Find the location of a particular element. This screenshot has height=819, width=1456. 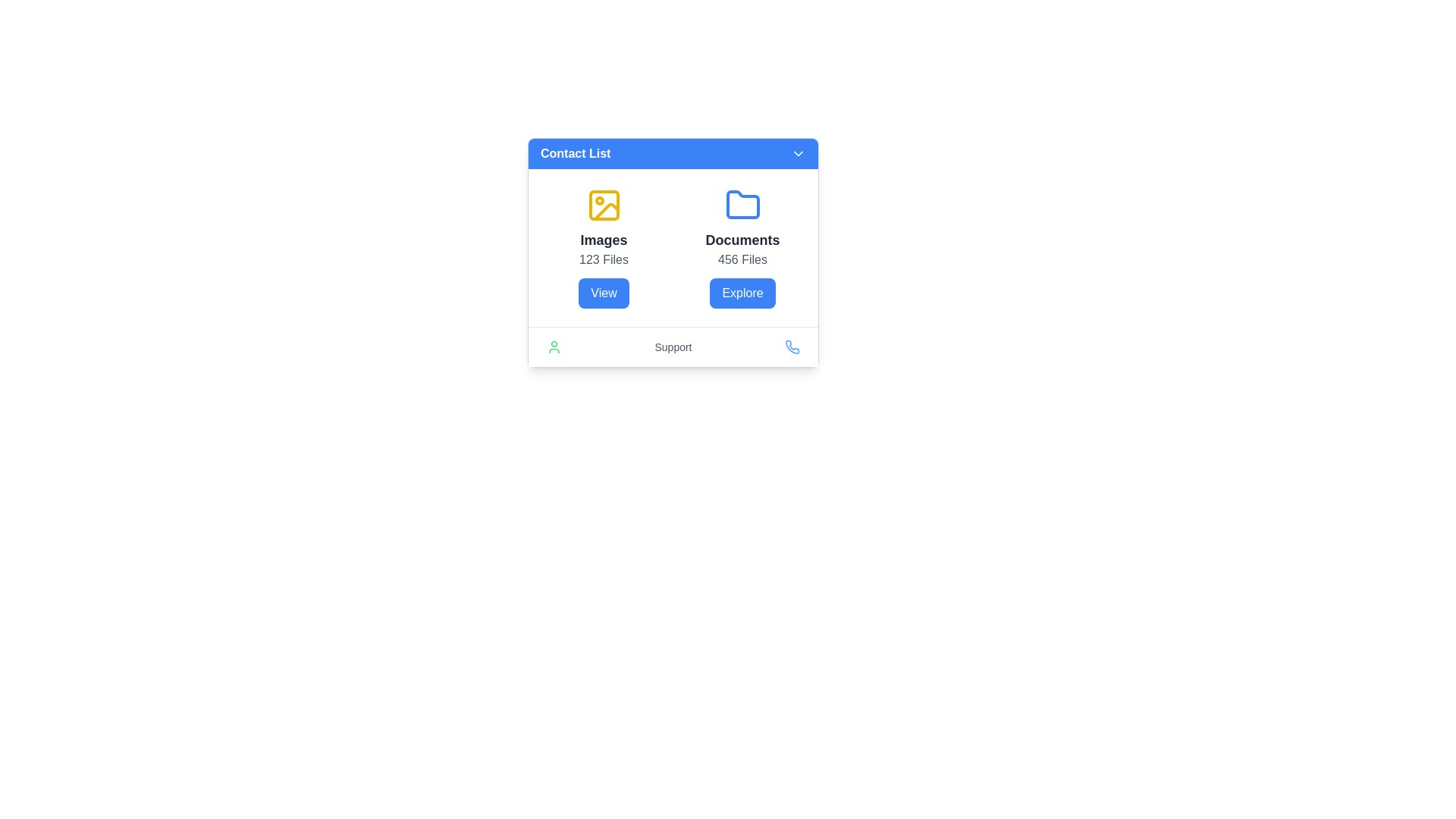

the rounded blue button labeled 'View' located in the lower section of the 'Images' sub-panel, directly below the text '123 Files' is located at coordinates (603, 293).